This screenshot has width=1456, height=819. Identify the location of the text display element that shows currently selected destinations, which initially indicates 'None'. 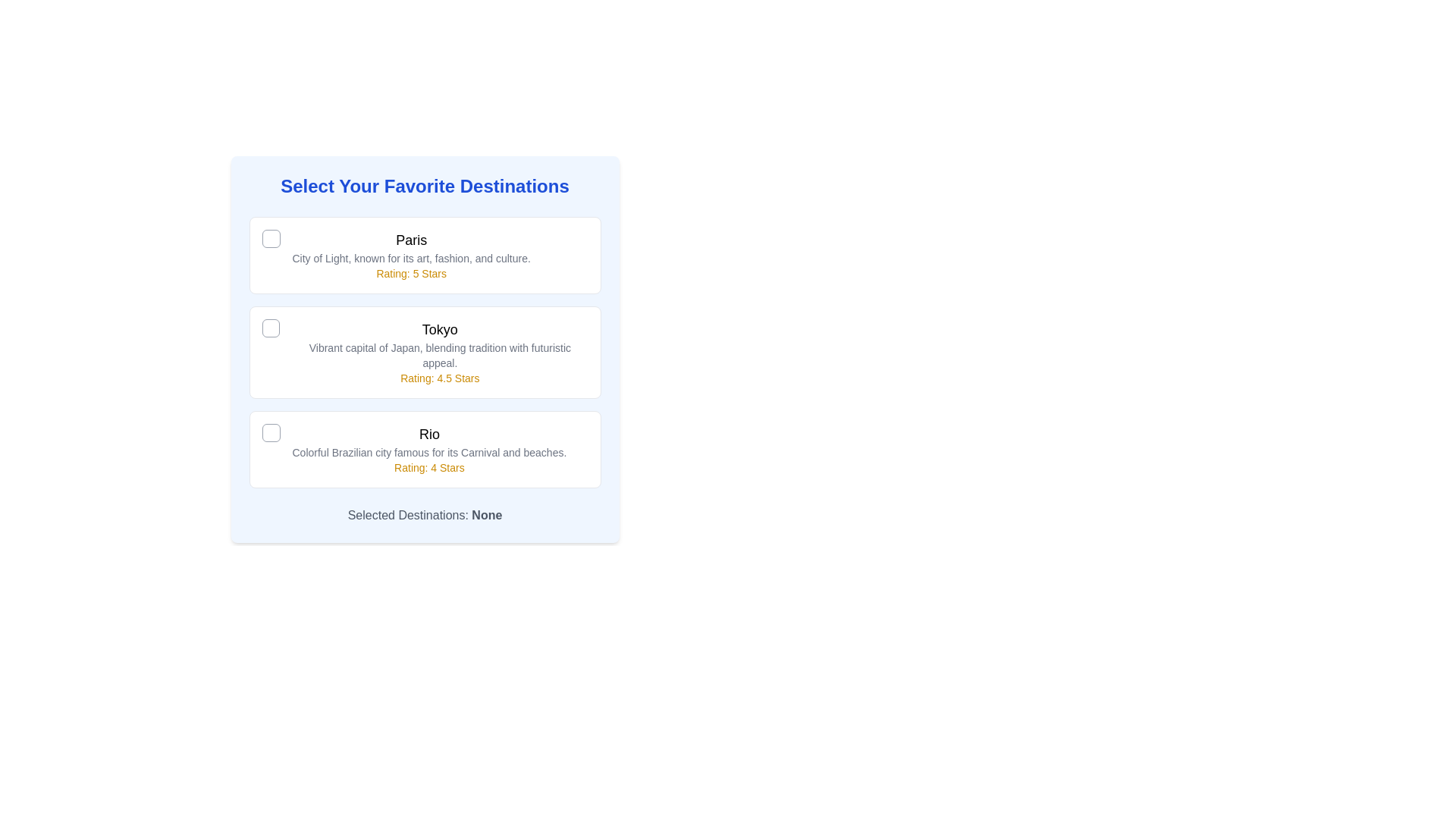
(425, 514).